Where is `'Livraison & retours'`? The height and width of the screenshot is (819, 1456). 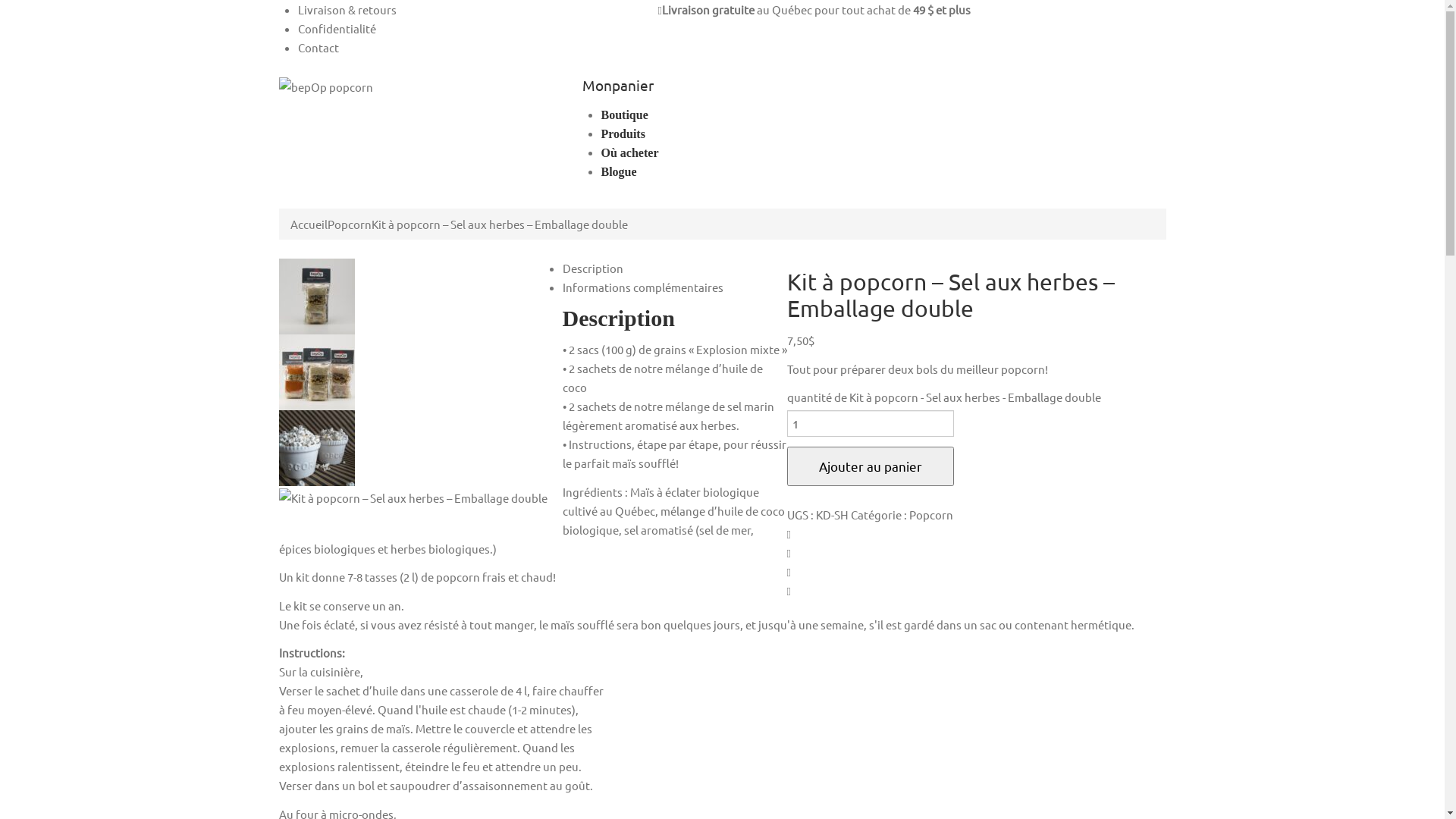
'Livraison & retours' is located at coordinates (345, 9).